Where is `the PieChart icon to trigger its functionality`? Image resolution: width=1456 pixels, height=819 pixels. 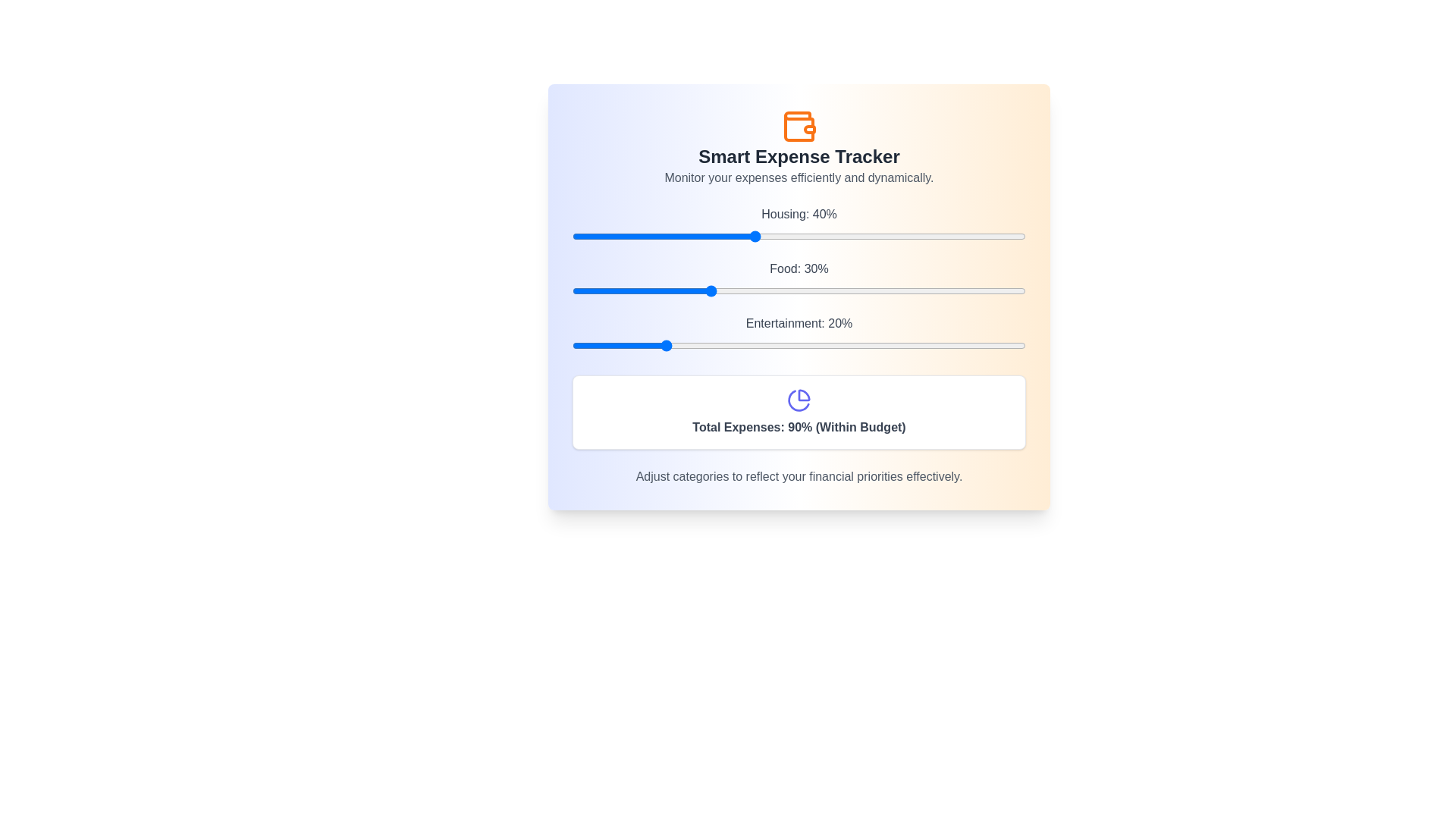 the PieChart icon to trigger its functionality is located at coordinates (799, 400).